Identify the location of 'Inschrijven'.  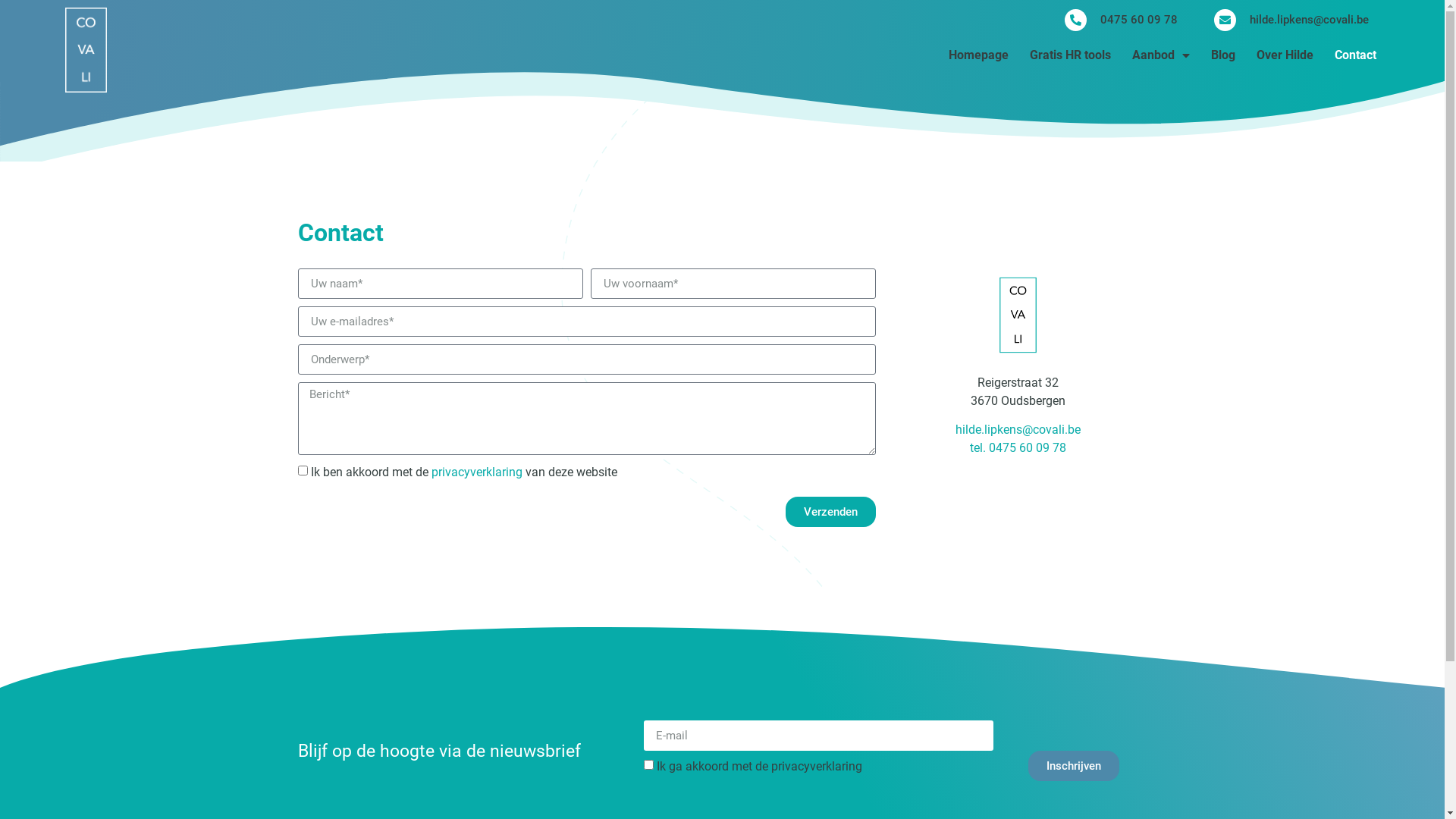
(1073, 766).